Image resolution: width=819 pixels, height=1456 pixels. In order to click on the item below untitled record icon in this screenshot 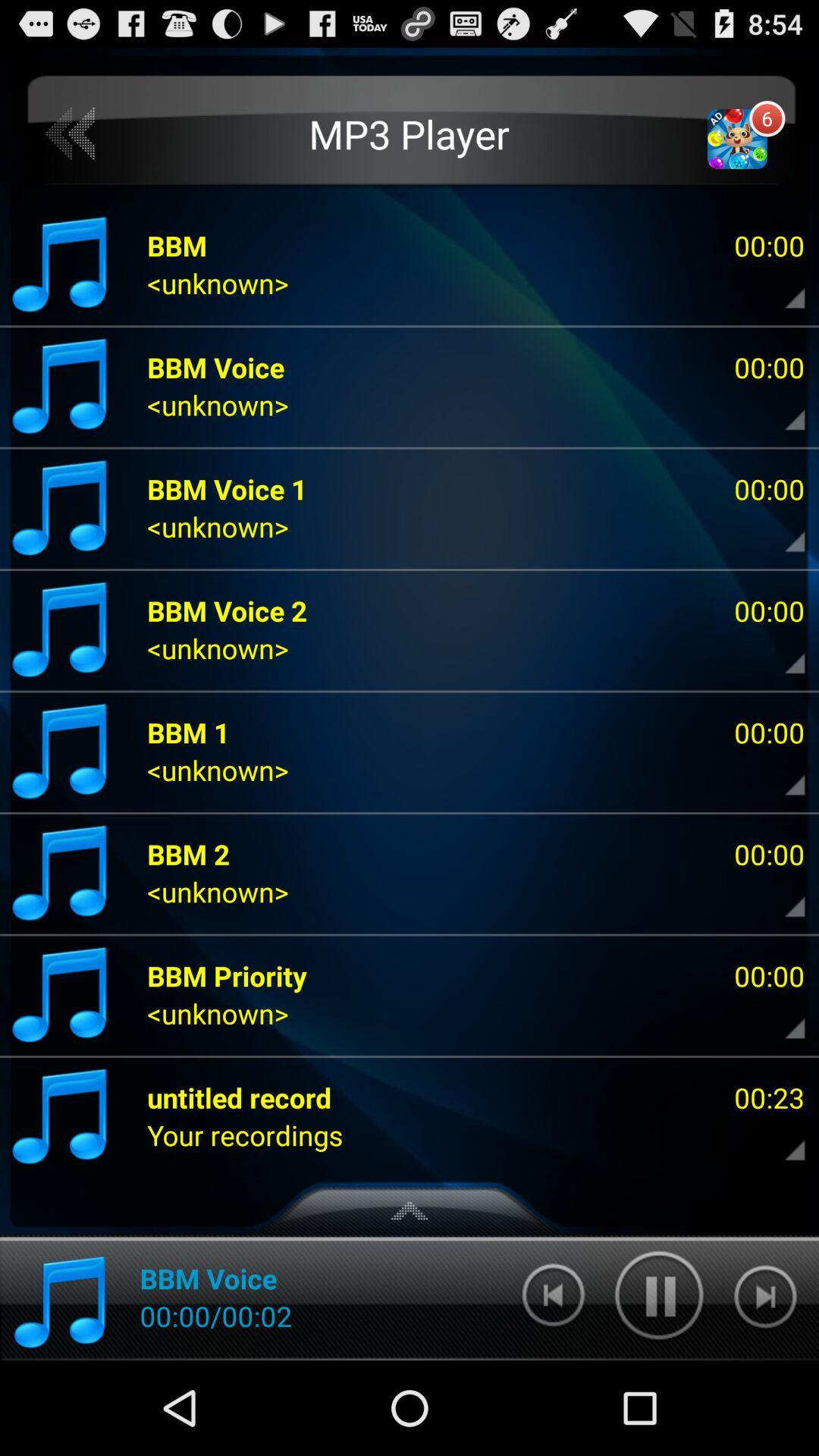, I will do `click(244, 1135)`.